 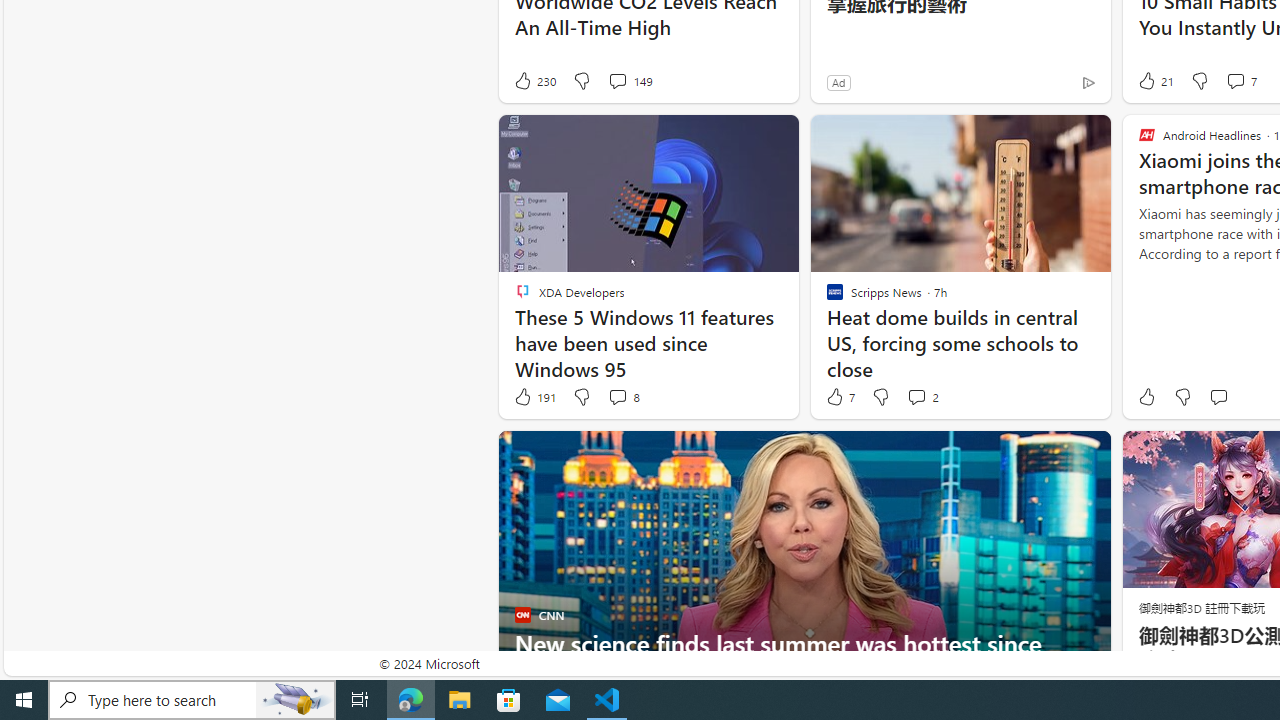 I want to click on 'View comments 2 Comment', so click(x=915, y=397).